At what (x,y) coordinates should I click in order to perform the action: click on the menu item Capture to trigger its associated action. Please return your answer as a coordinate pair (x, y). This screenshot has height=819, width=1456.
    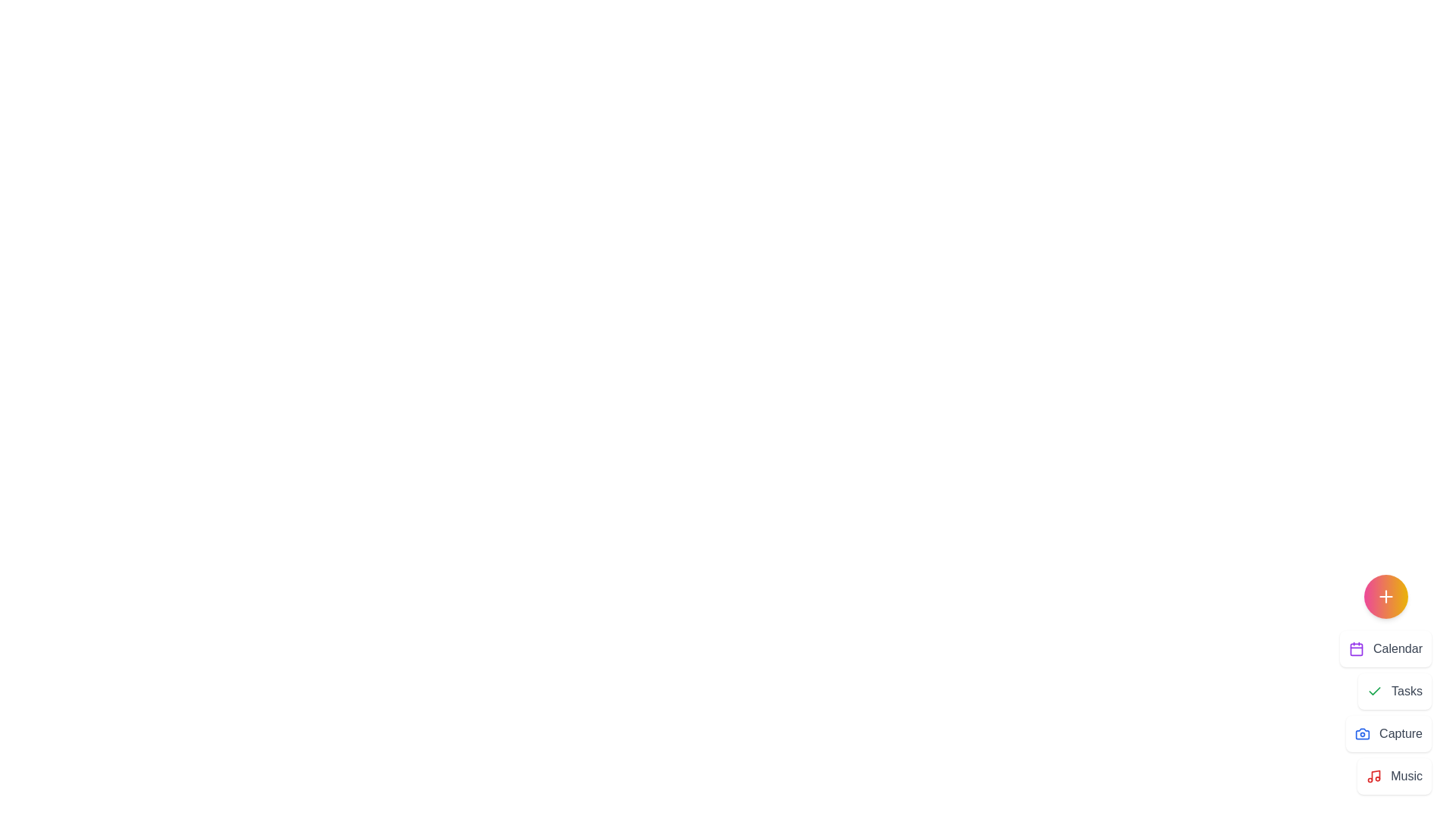
    Looking at the image, I should click on (1389, 733).